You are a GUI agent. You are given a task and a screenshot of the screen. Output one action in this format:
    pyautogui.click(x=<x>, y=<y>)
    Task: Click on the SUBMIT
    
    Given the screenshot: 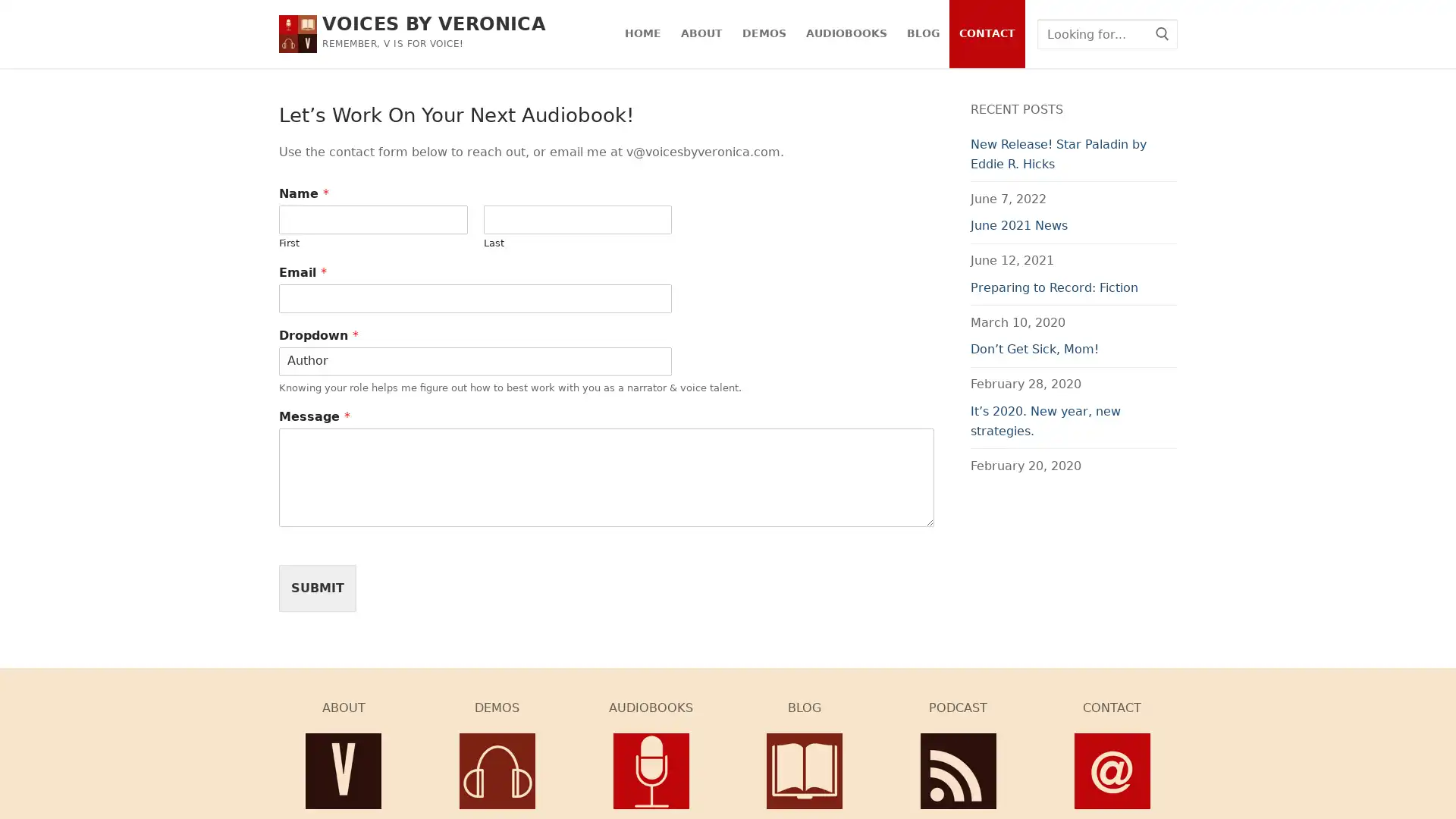 What is the action you would take?
    pyautogui.click(x=316, y=587)
    